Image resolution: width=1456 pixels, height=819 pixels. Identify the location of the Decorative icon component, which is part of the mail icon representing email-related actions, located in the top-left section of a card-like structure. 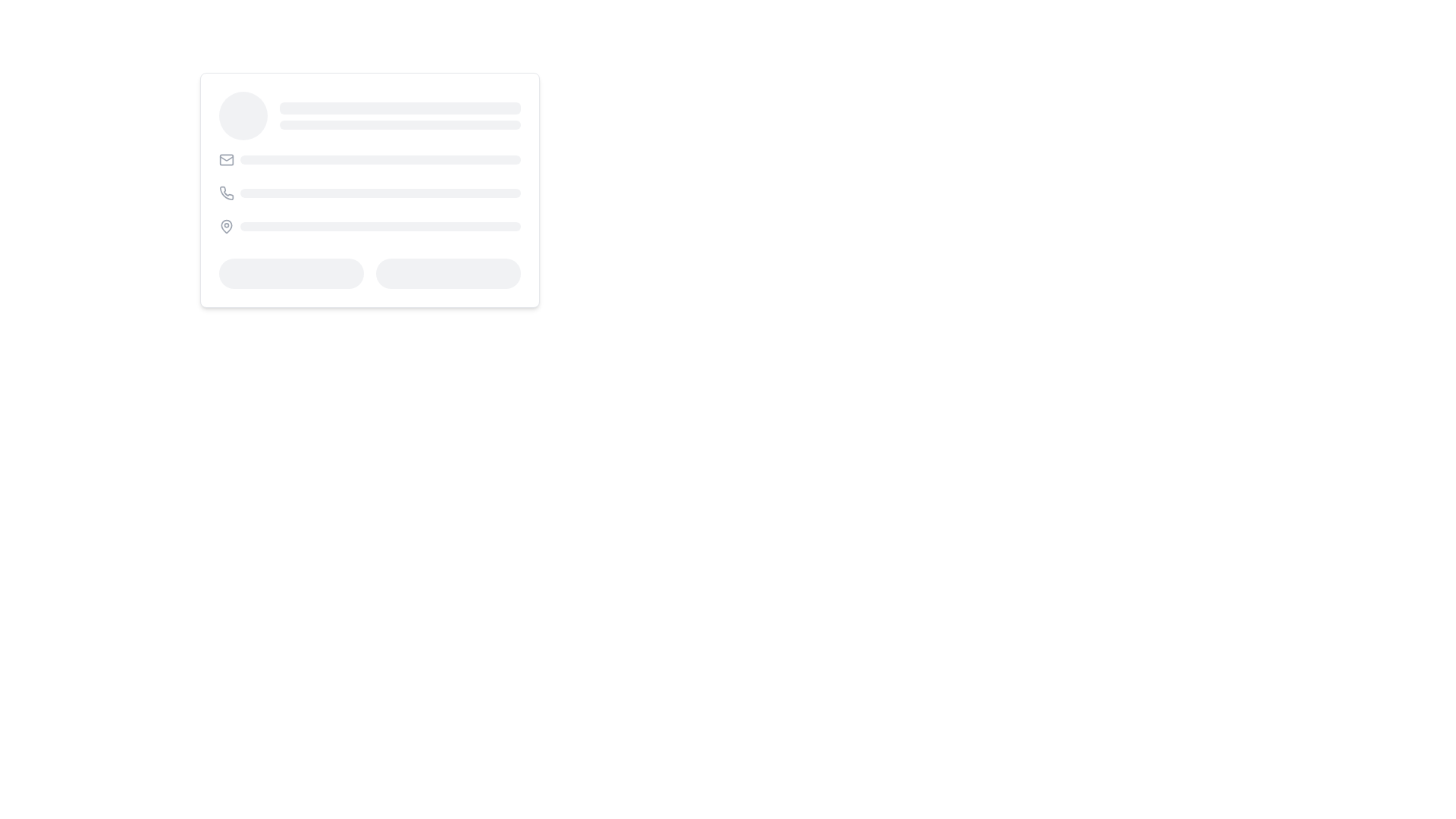
(225, 160).